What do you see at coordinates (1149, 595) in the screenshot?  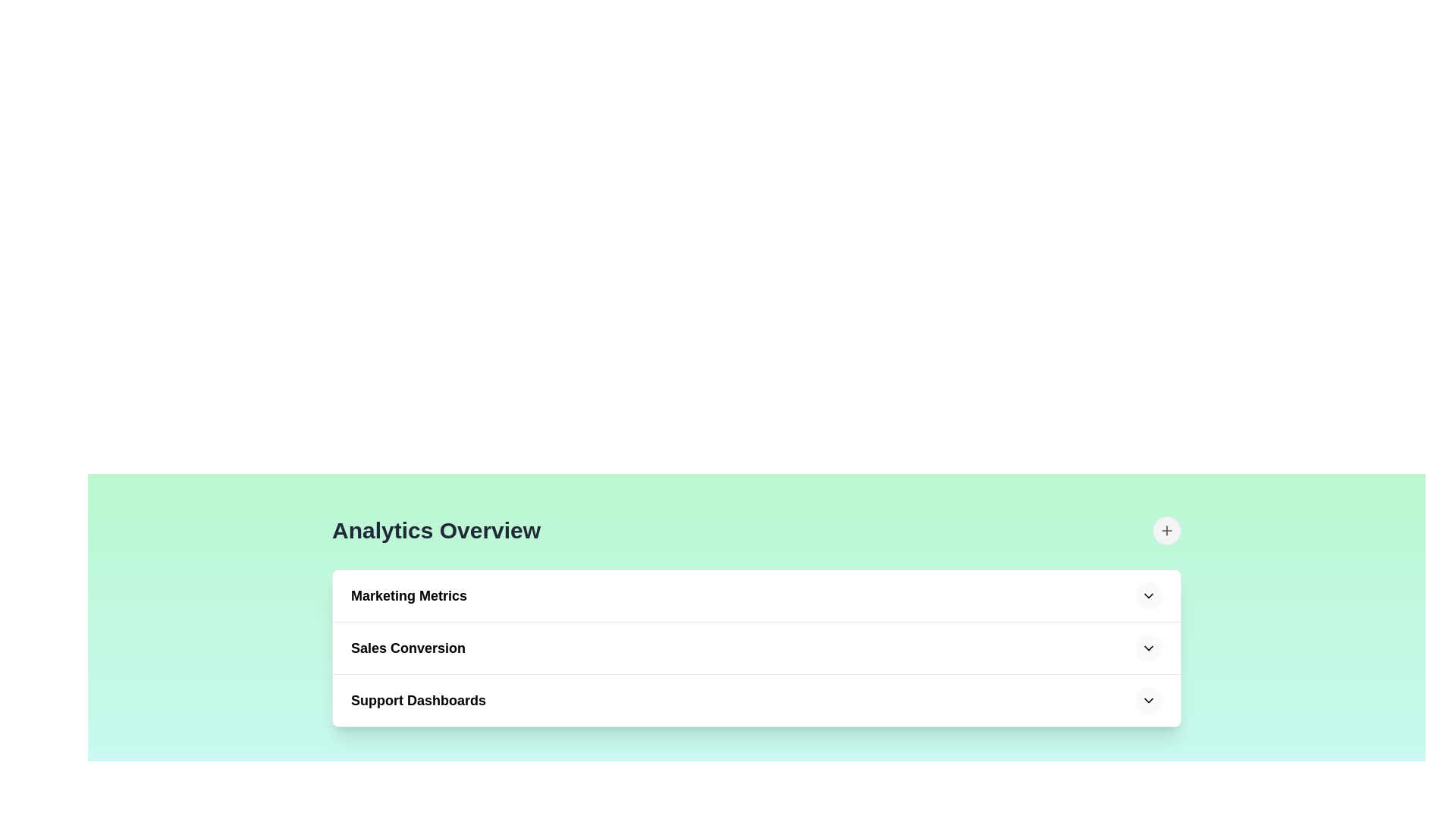 I see `the first downward-facing chevron icon` at bounding box center [1149, 595].